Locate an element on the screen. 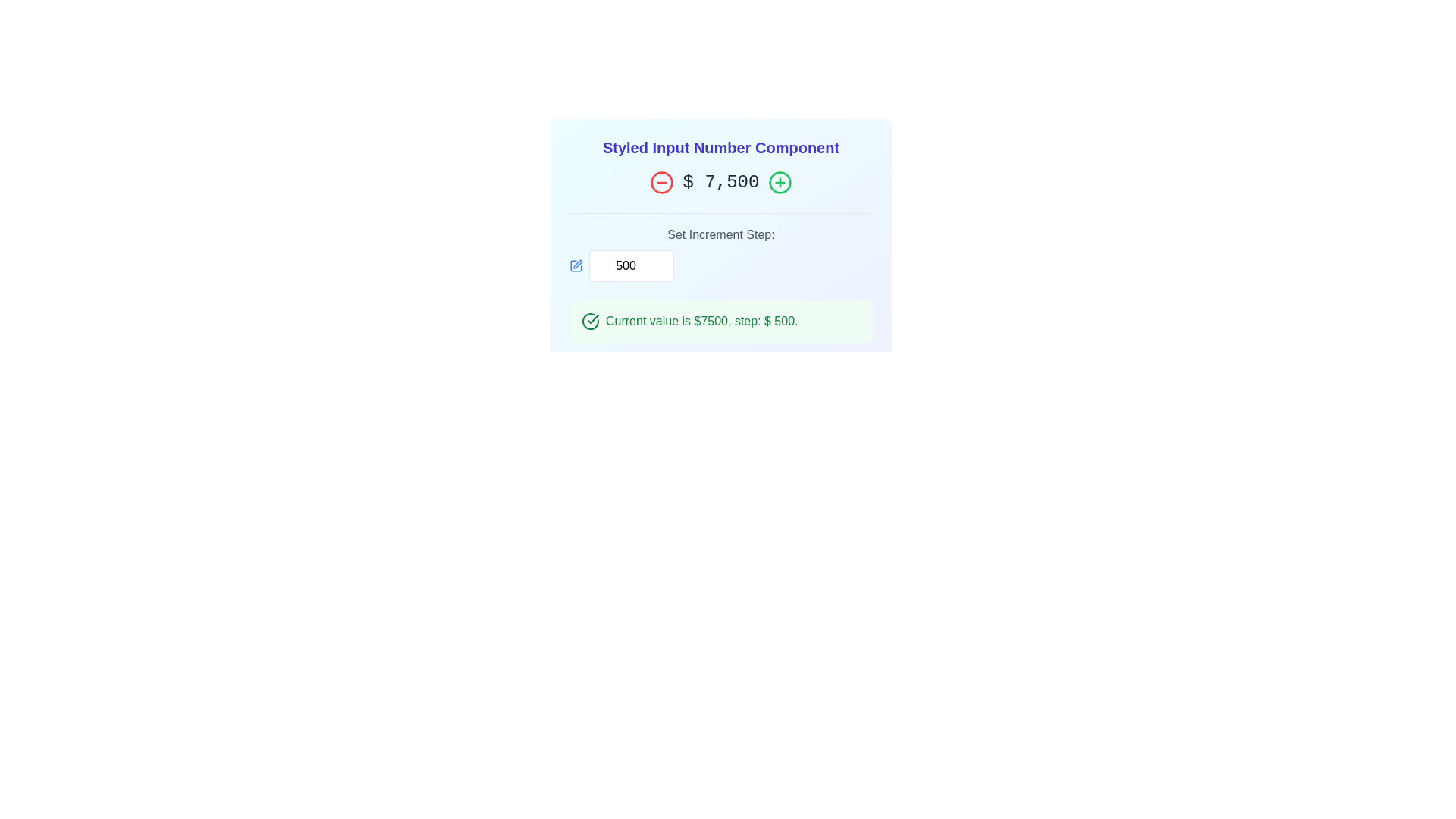  the text-based informational element displaying the current value and step information for a numerical input component, located at the bottom of the styled card component beneath the 'Set Increment Step:' section is located at coordinates (720, 321).